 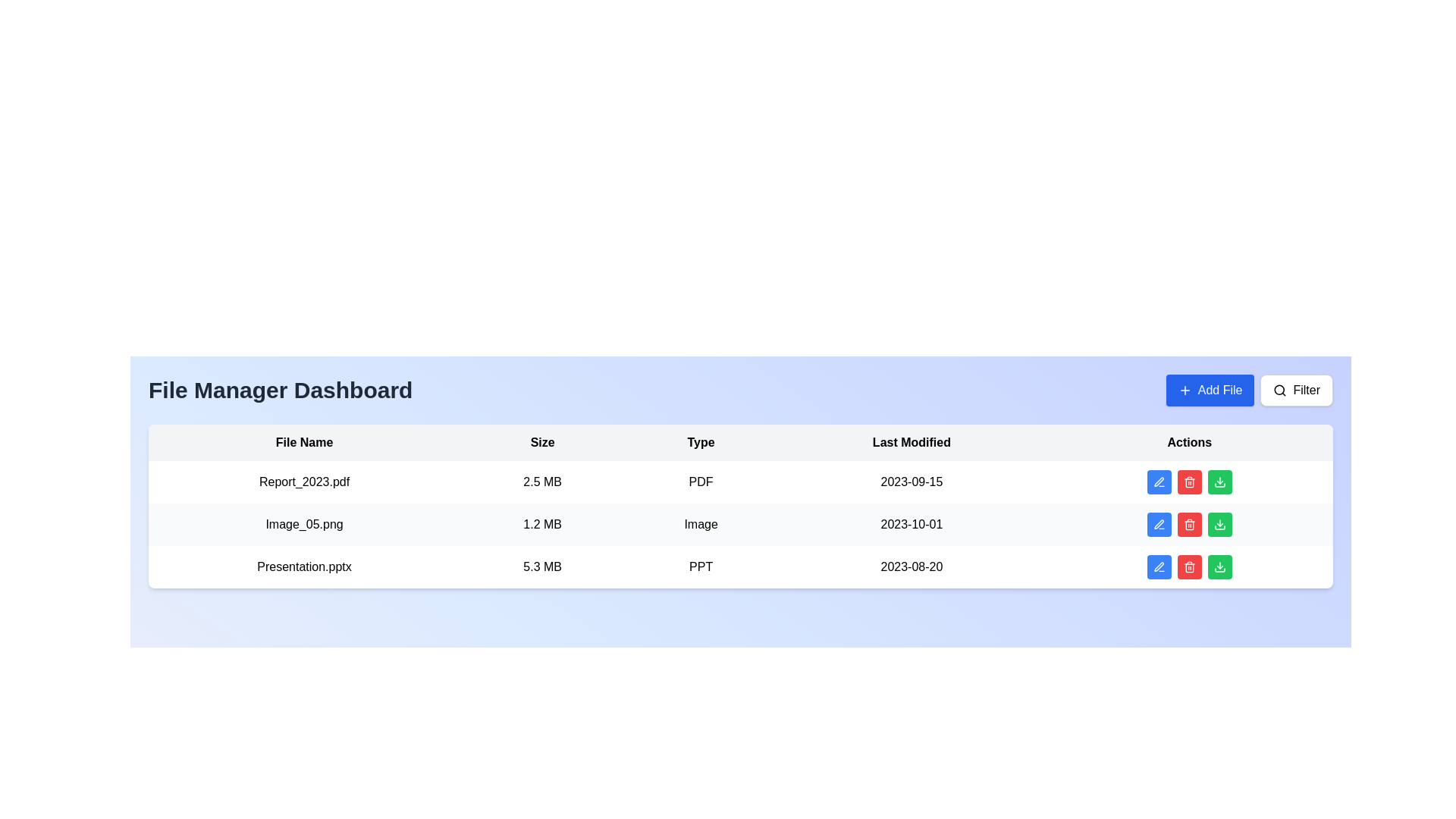 What do you see at coordinates (911, 523) in the screenshot?
I see `the text element displaying the date '2023-10-01' in the 'Last Modified' column of the table corresponding to 'Image_05.png'` at bounding box center [911, 523].